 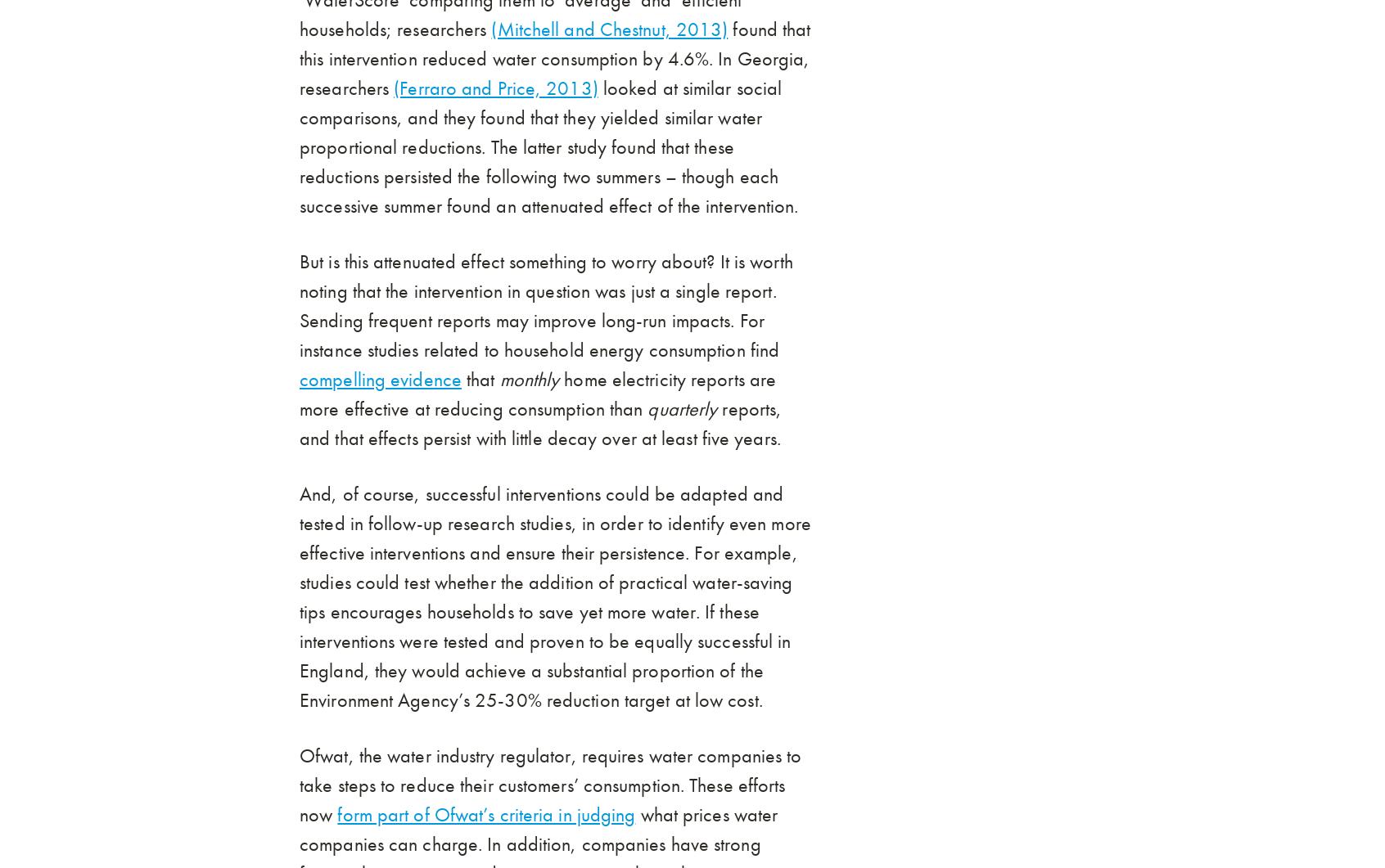 What do you see at coordinates (545, 306) in the screenshot?
I see `'But is this attenuated effect something to worry about? It is worth noting that the intervention in question was just a single report. Sending frequent reports may improve long-run impacts. For instance studies related to household energy consumption find'` at bounding box center [545, 306].